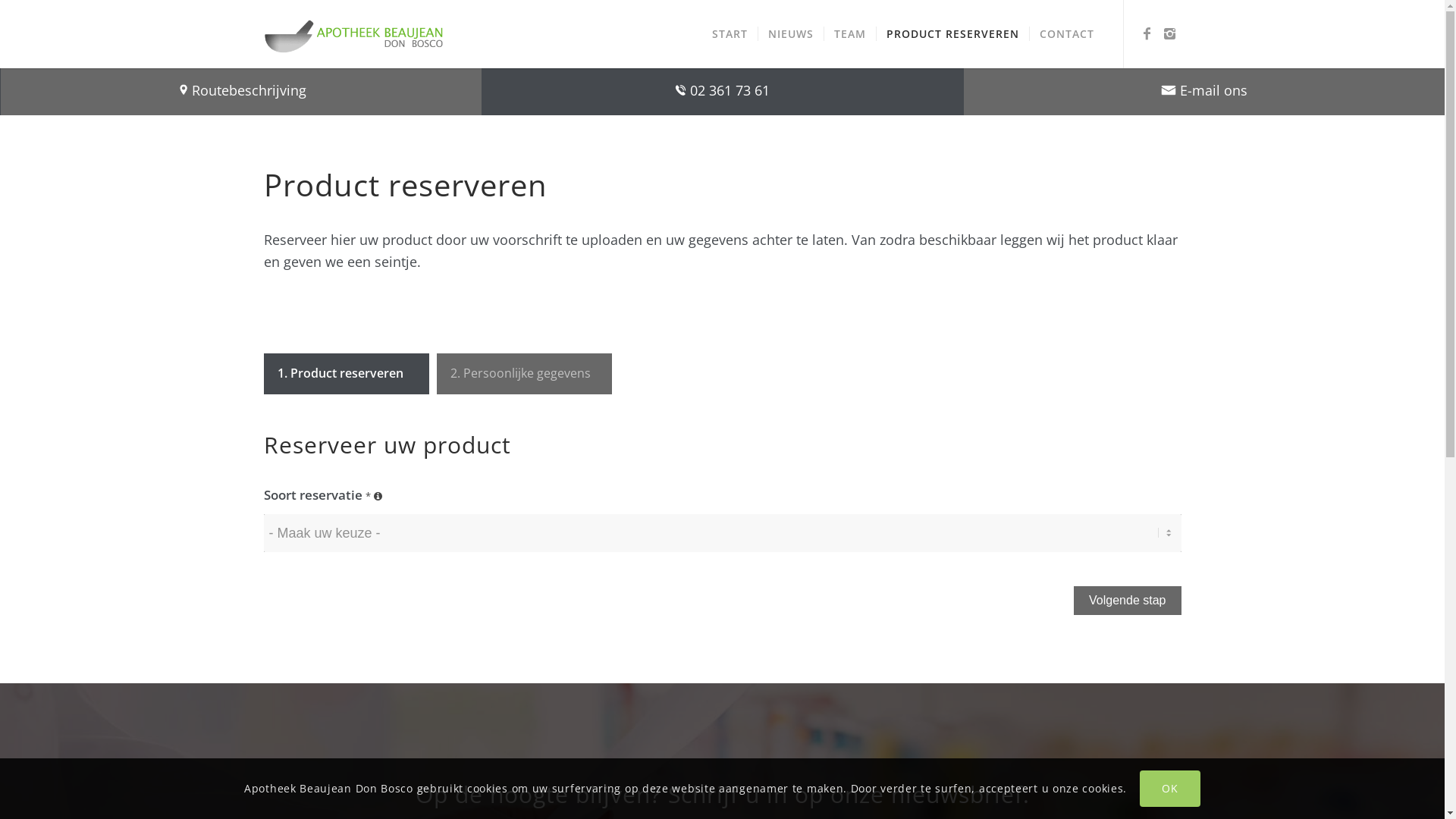 The width and height of the screenshot is (1456, 819). I want to click on 'START', so click(701, 34).